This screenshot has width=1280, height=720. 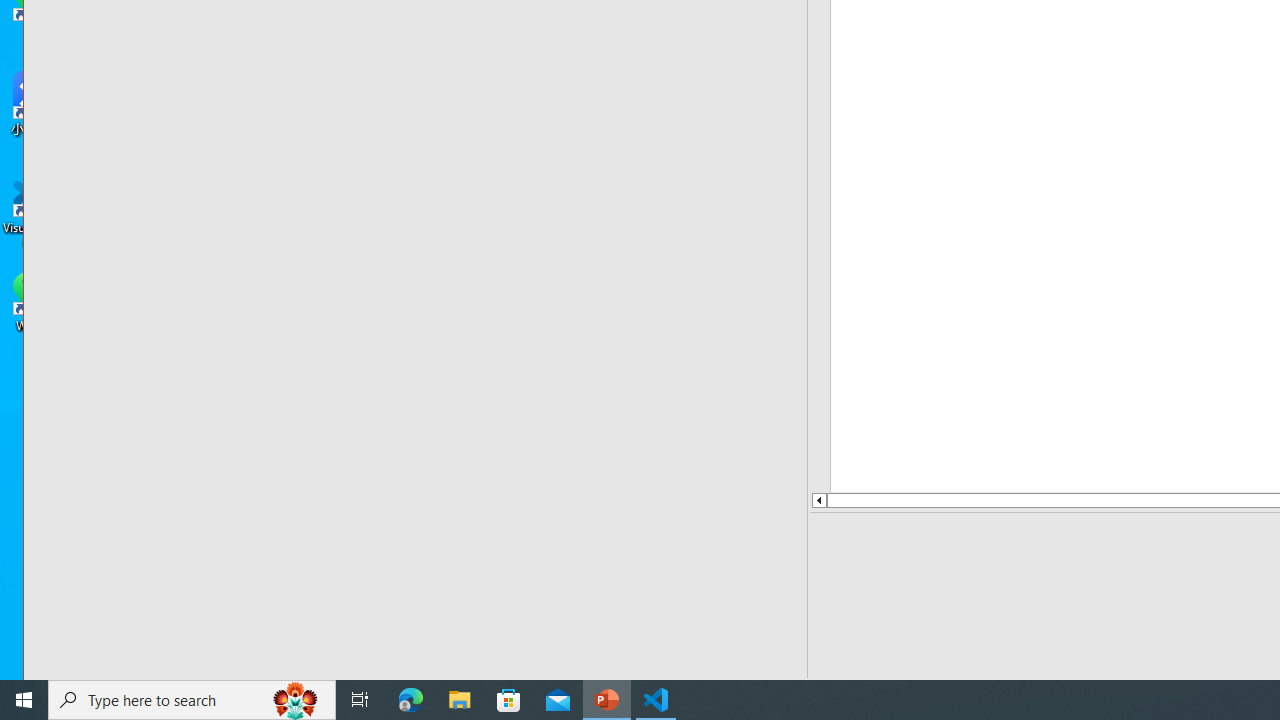 I want to click on 'Line up', so click(x=818, y=499).